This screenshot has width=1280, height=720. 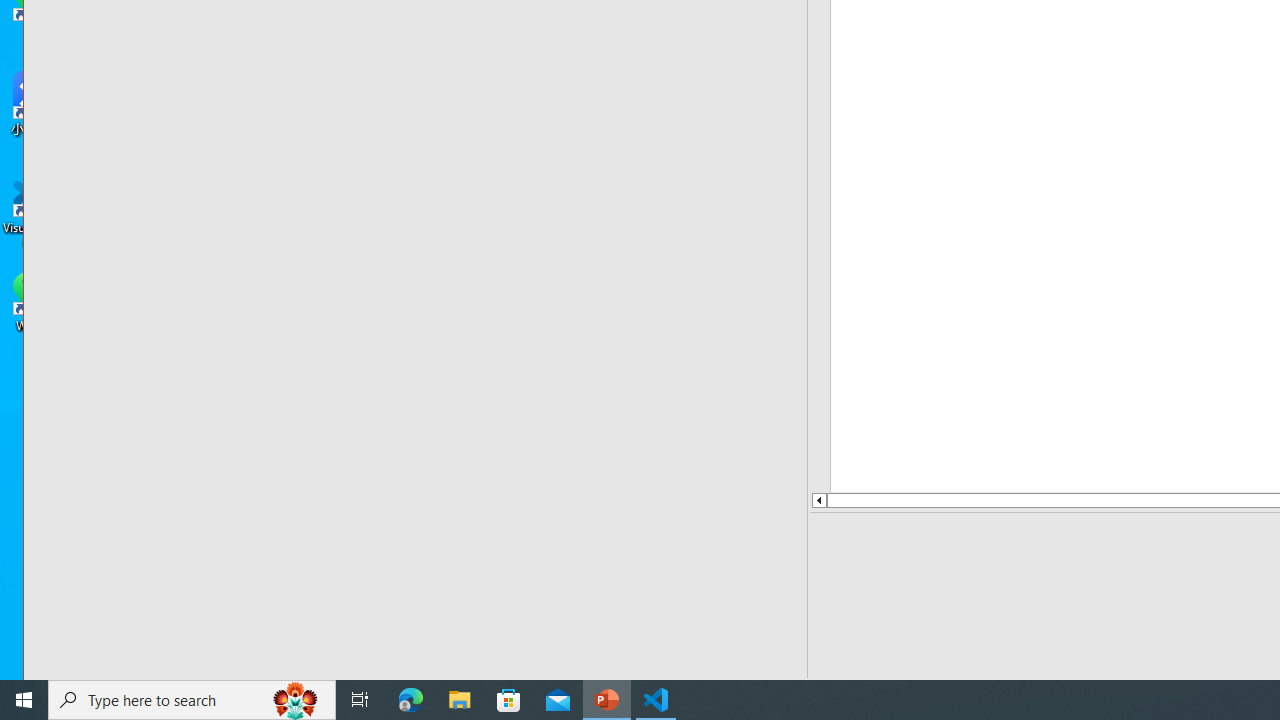 I want to click on 'Line up', so click(x=818, y=499).